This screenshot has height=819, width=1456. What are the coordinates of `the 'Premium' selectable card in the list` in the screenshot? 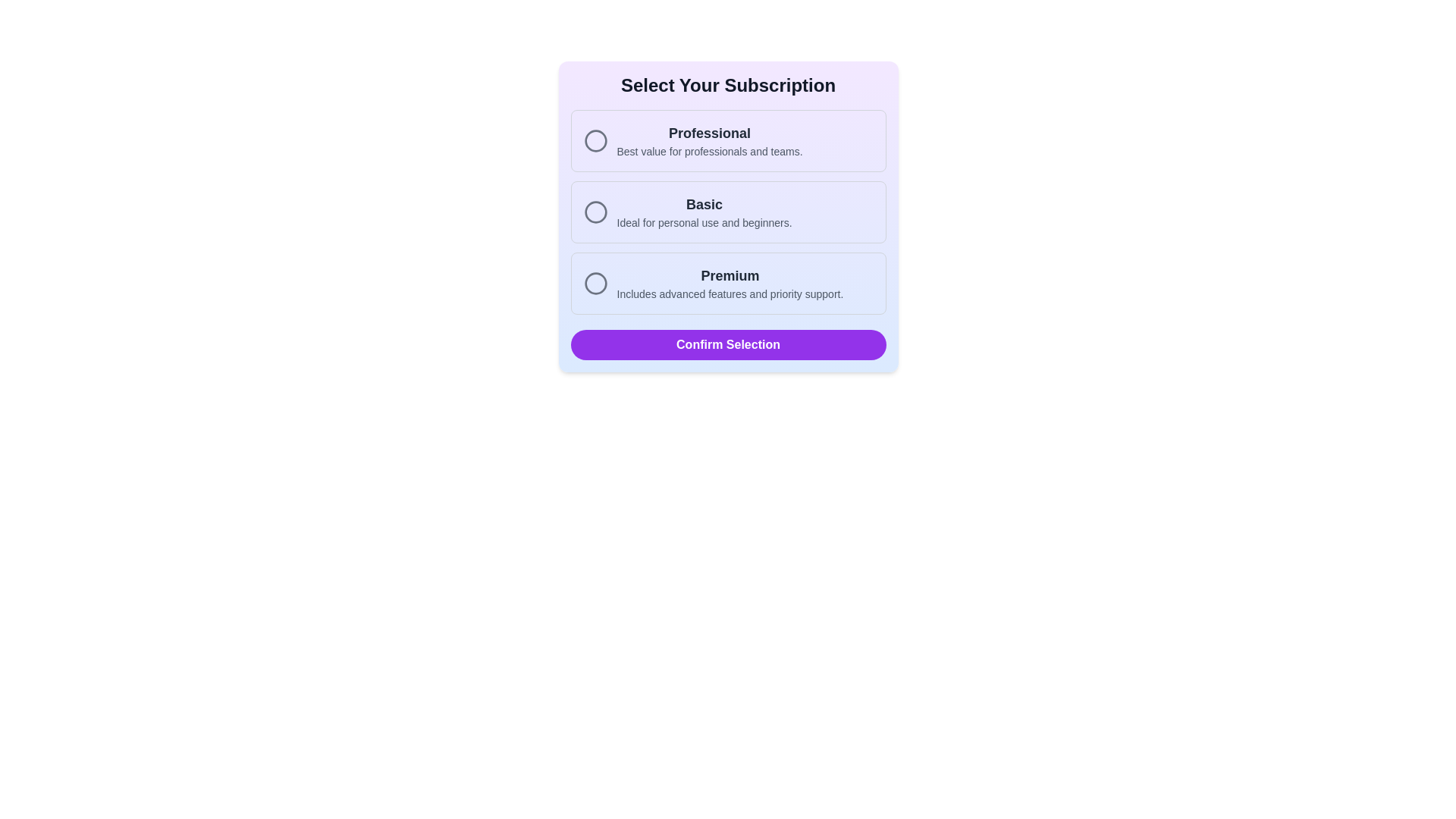 It's located at (728, 284).